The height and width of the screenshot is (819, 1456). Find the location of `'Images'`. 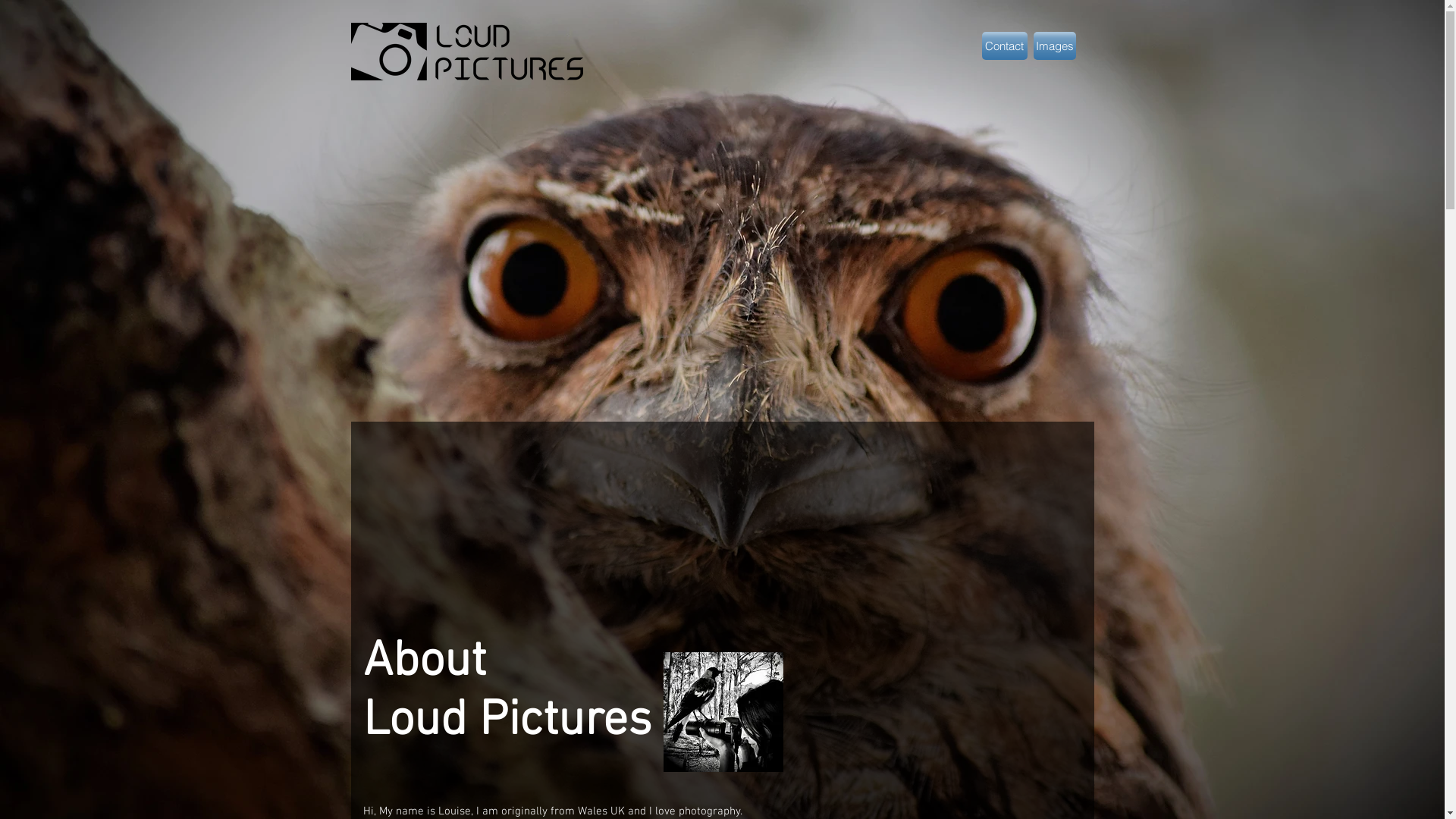

'Images' is located at coordinates (1053, 45).